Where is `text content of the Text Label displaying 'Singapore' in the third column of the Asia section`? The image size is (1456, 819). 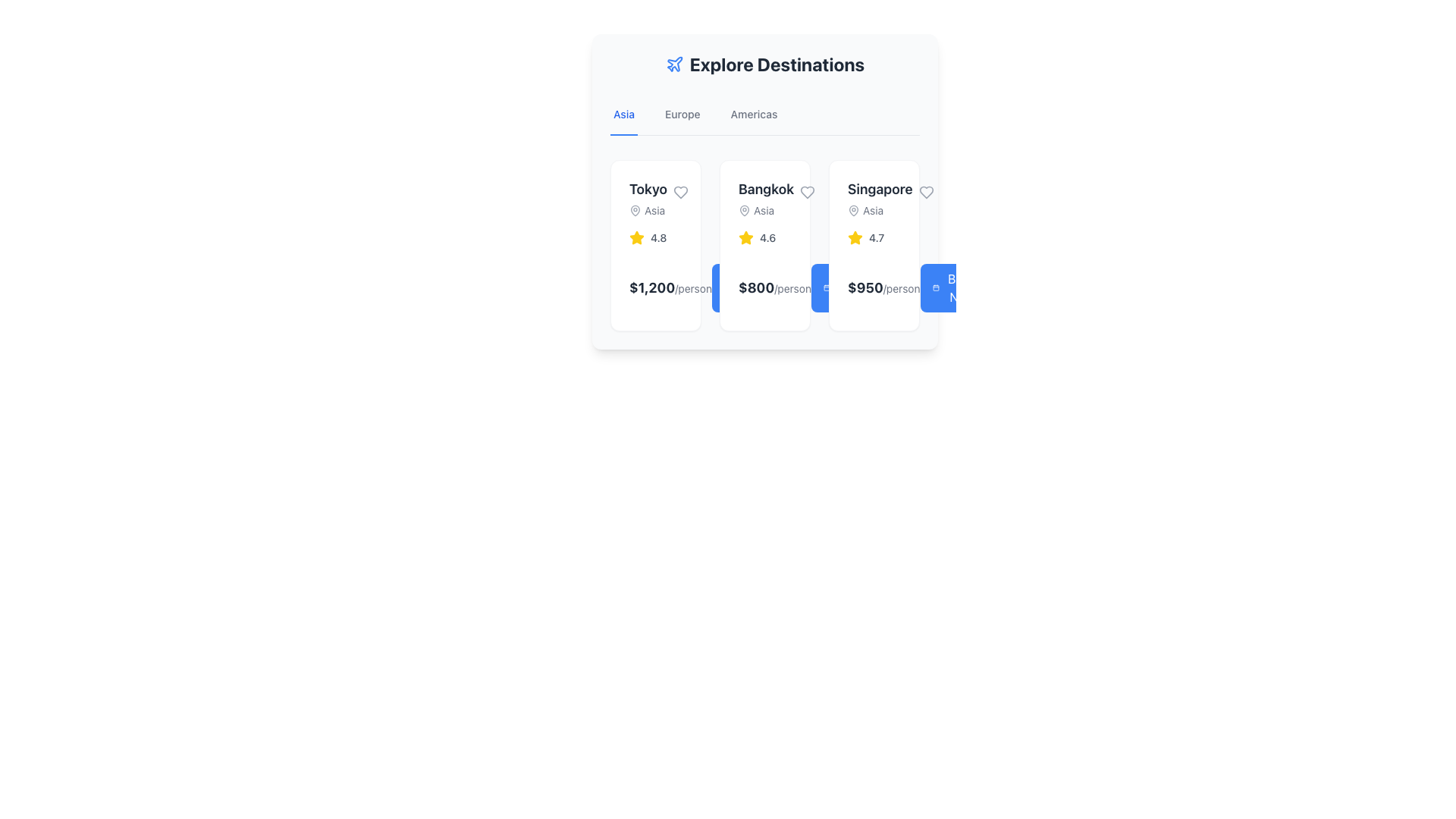
text content of the Text Label displaying 'Singapore' in the third column of the Asia section is located at coordinates (880, 189).